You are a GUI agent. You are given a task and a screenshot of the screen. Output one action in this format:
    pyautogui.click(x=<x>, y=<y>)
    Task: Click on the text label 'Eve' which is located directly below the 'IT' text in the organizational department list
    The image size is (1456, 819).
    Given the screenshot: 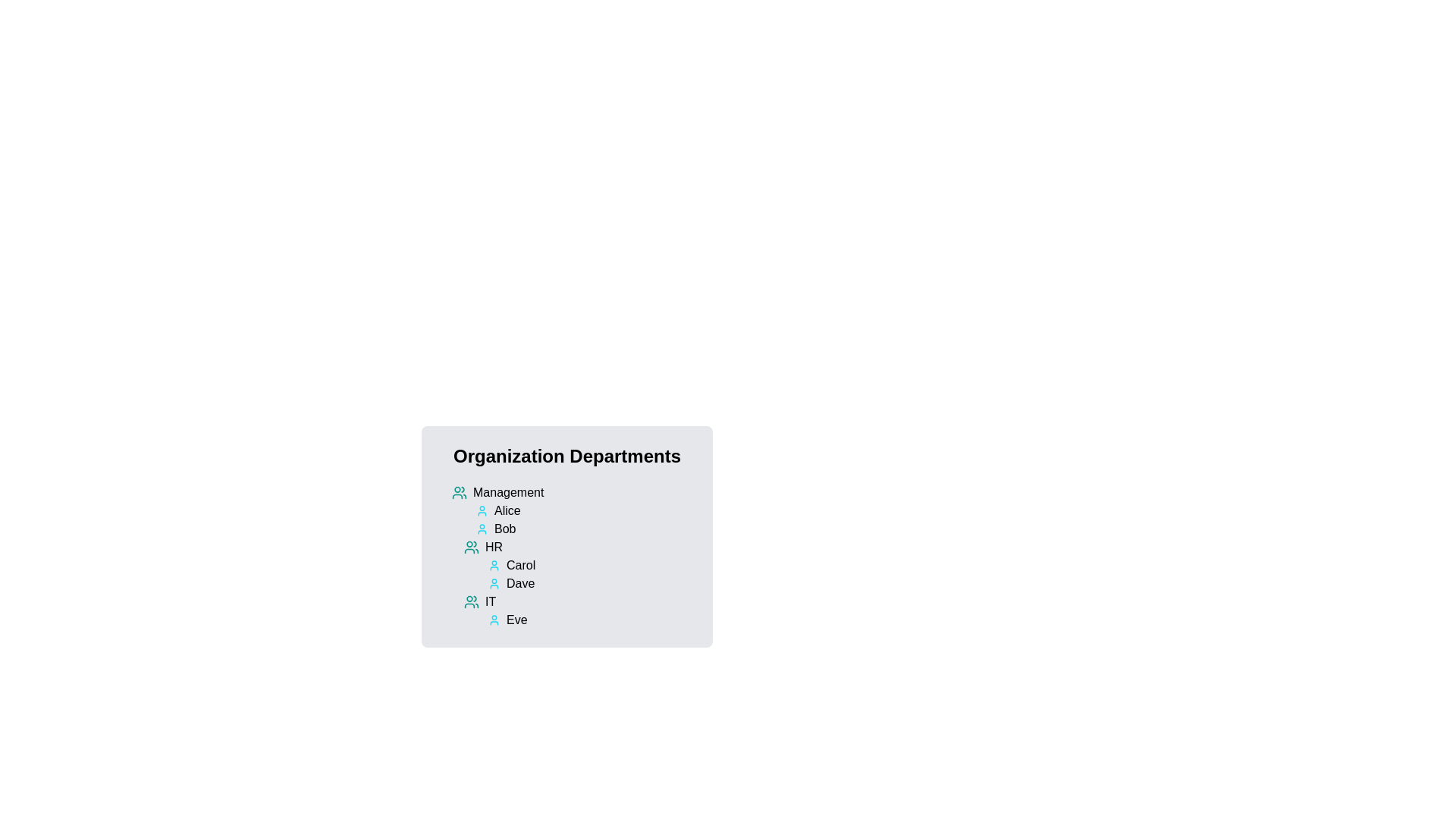 What is the action you would take?
    pyautogui.click(x=516, y=620)
    